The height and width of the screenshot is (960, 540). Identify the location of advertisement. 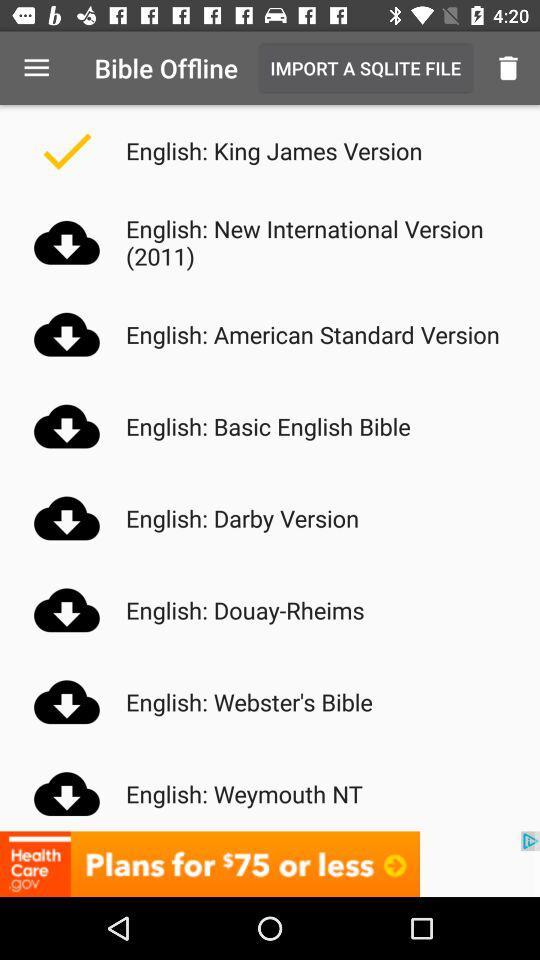
(270, 863).